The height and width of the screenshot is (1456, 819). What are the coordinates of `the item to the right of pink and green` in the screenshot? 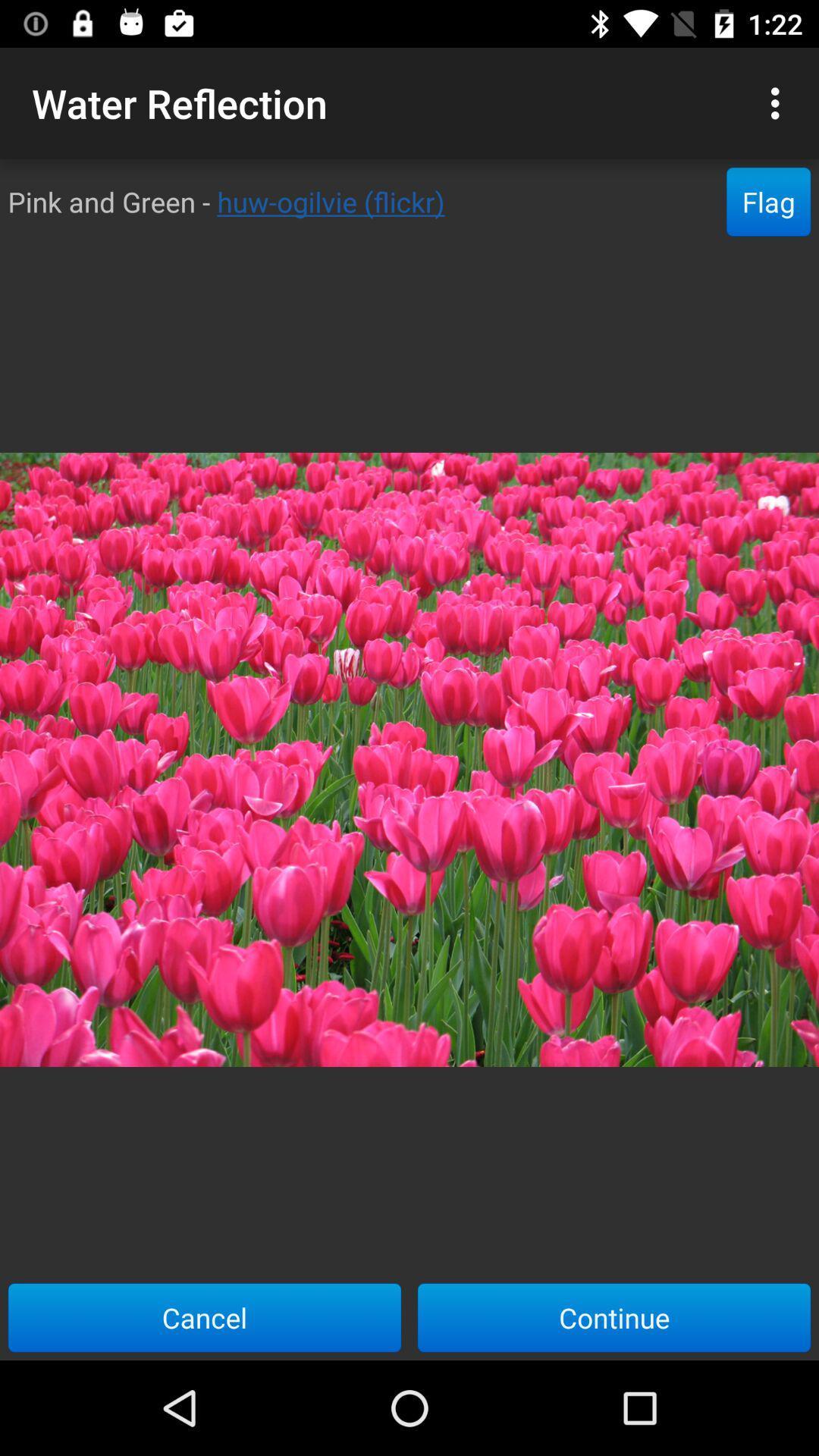 It's located at (768, 201).